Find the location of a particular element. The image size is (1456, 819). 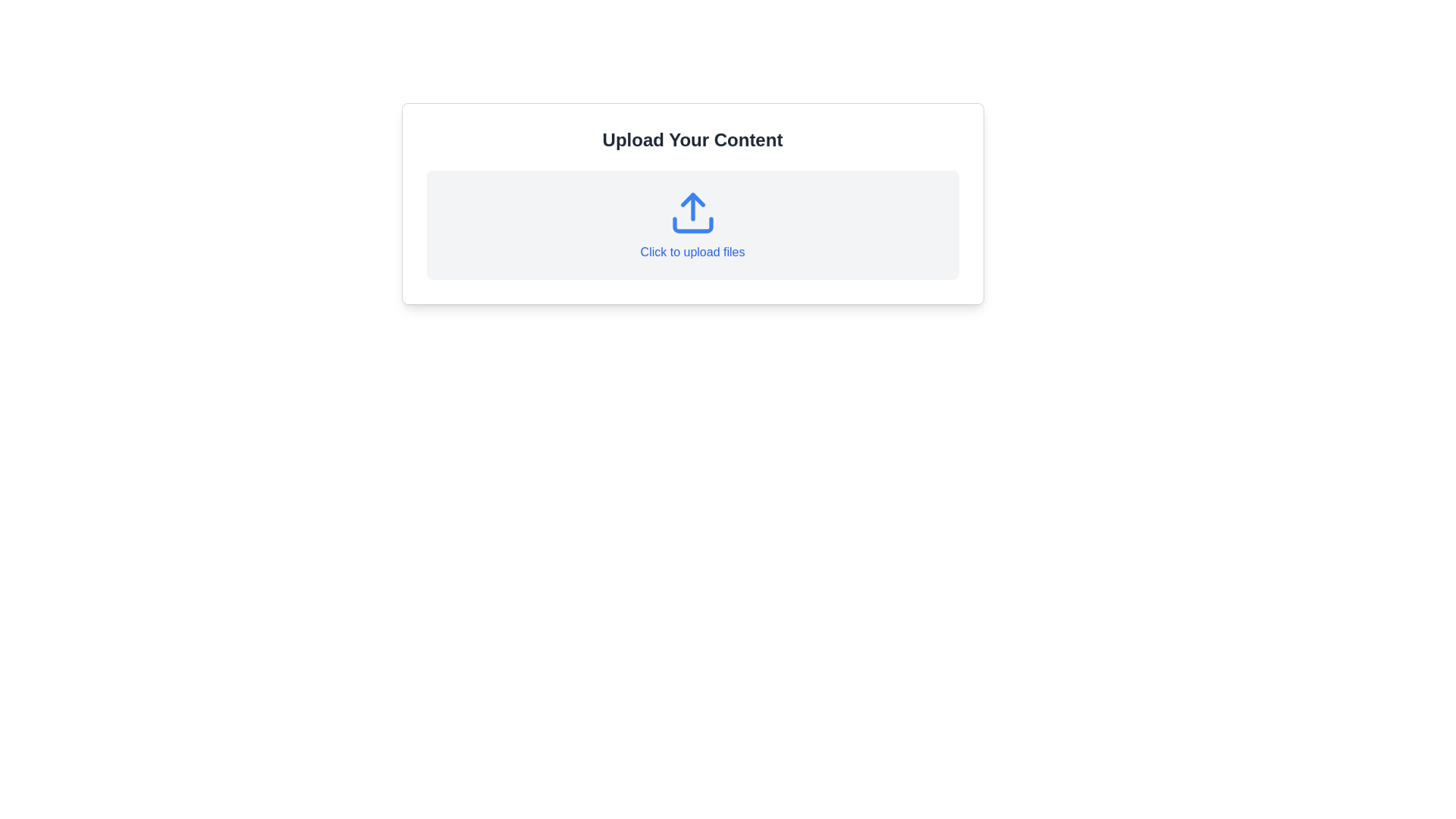

the clickable upload area that reads 'Click to upload files' with an upward arrow icon to provide visual feedback is located at coordinates (692, 225).